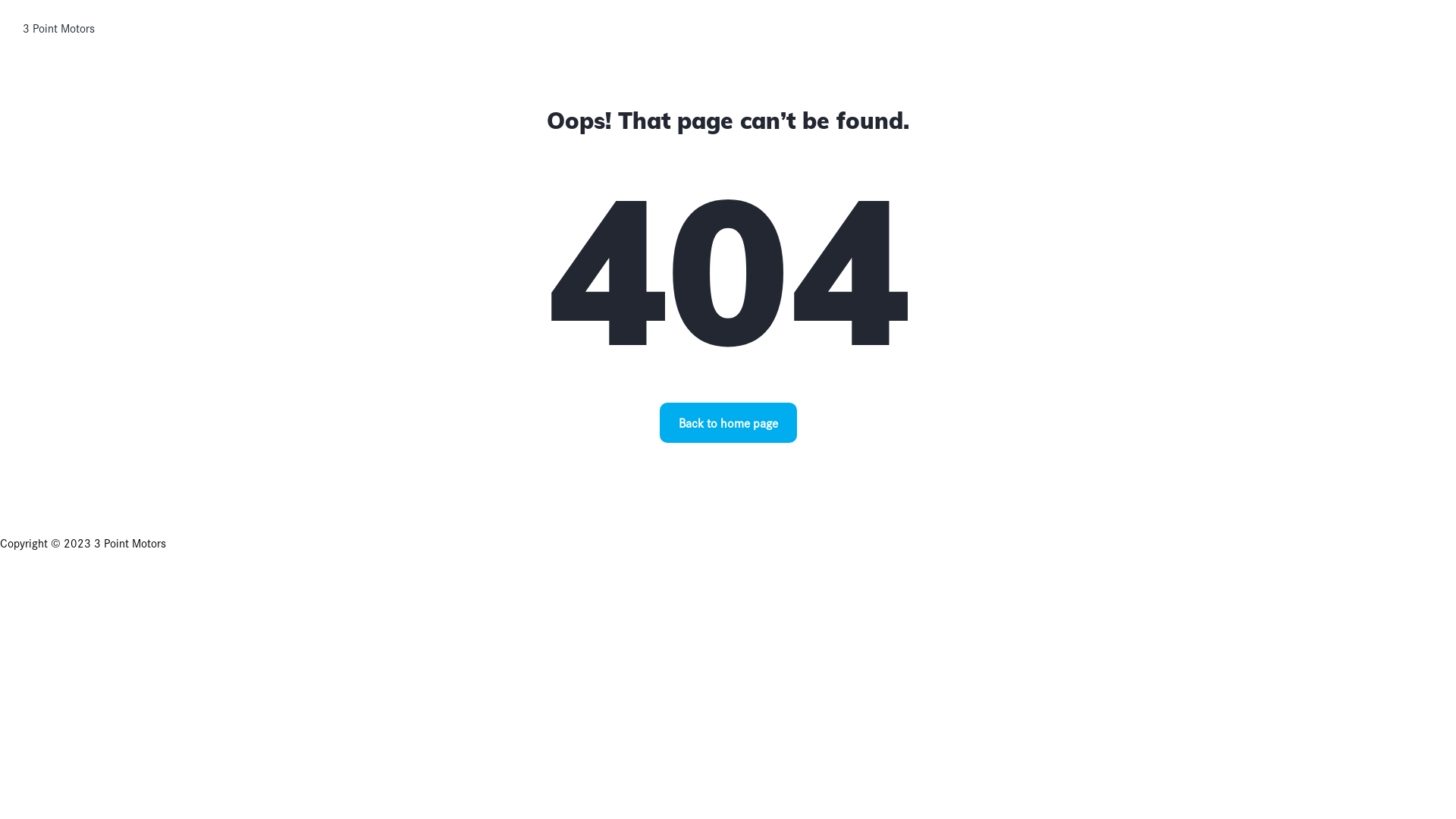 This screenshot has width=1456, height=819. Describe the element at coordinates (58, 28) in the screenshot. I see `'3 Point Motors'` at that location.